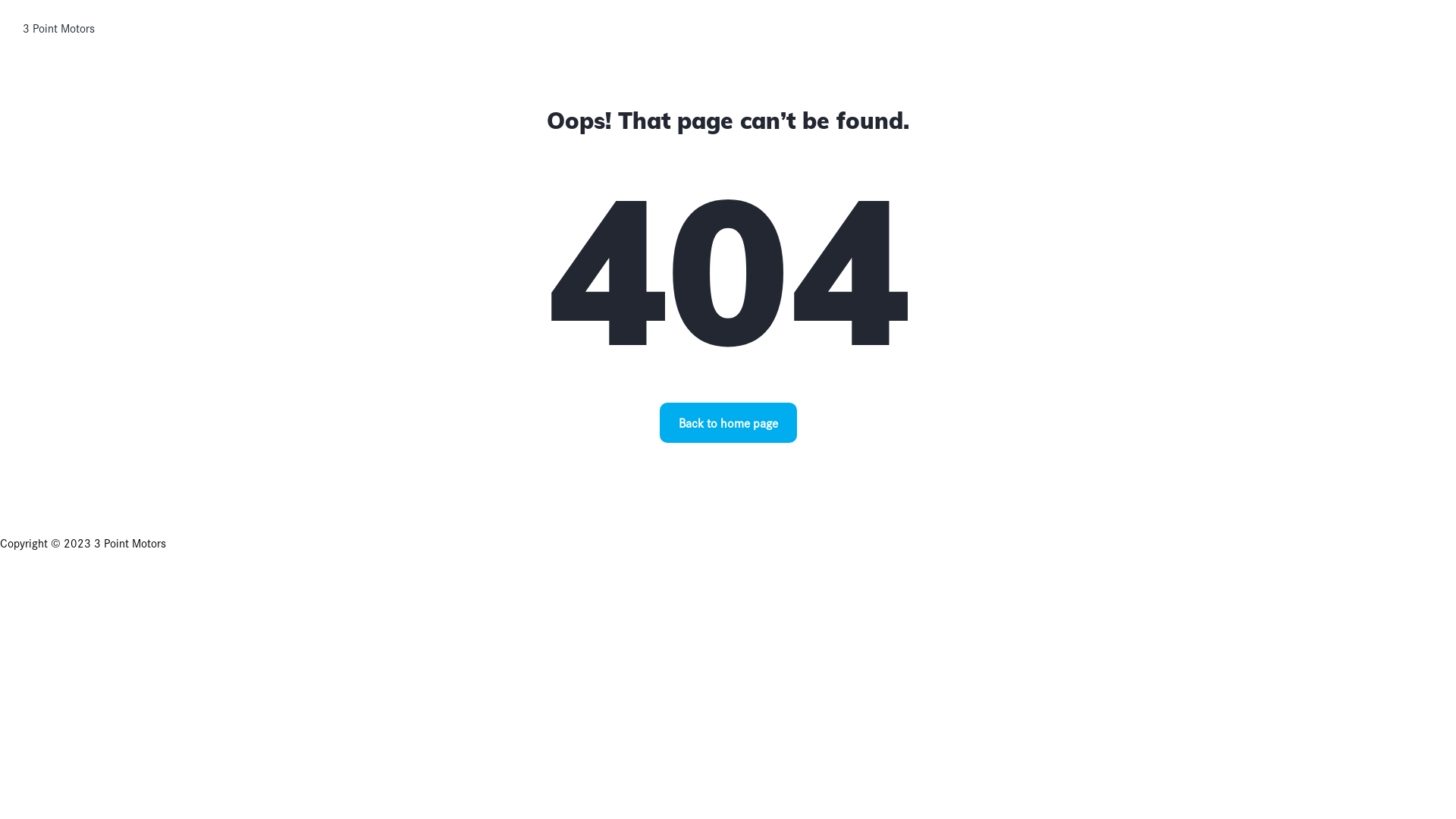 This screenshot has width=1456, height=819. Describe the element at coordinates (58, 28) in the screenshot. I see `'3 Point Motors'` at that location.